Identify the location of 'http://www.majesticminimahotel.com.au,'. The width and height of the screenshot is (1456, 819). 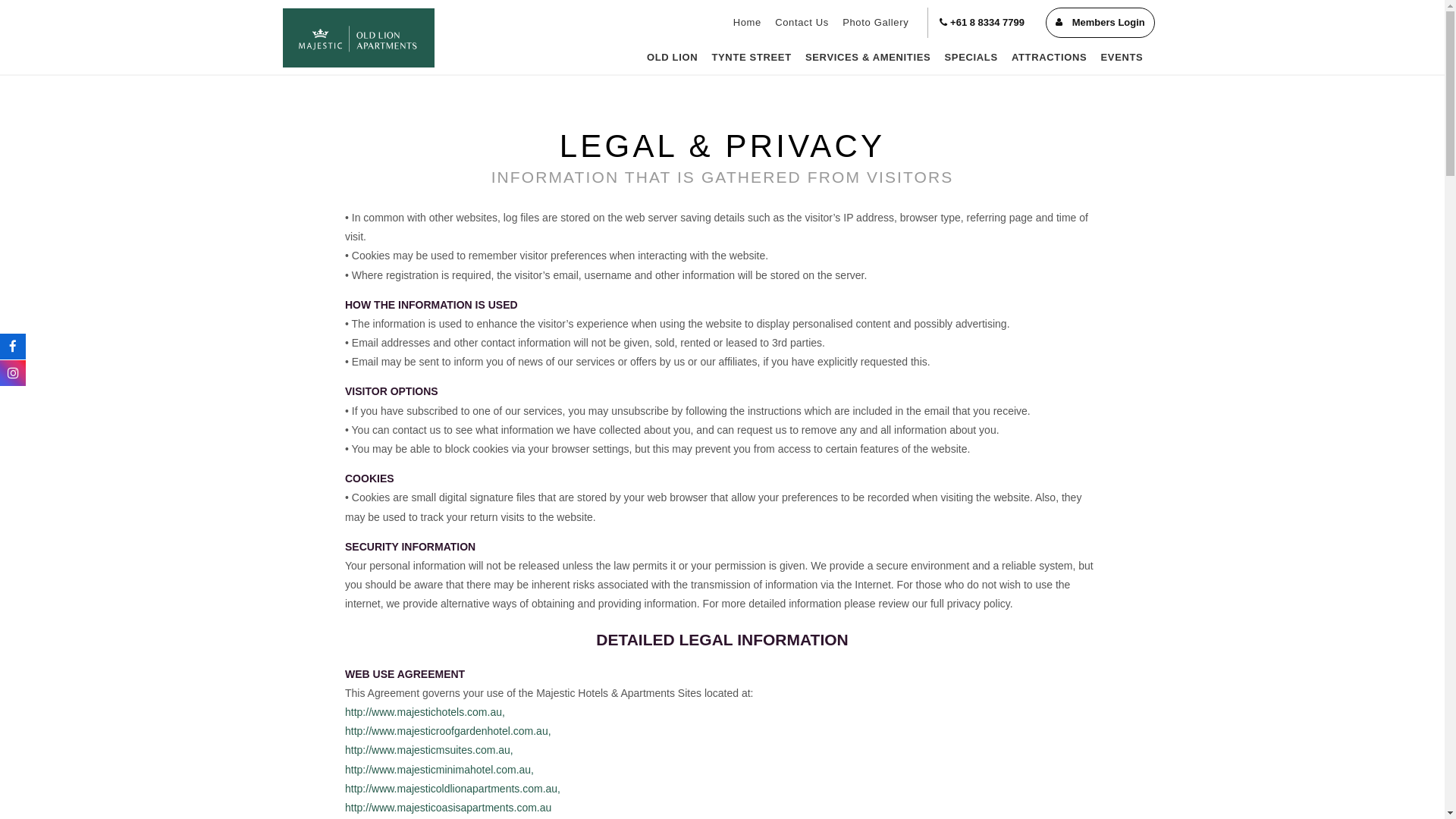
(438, 769).